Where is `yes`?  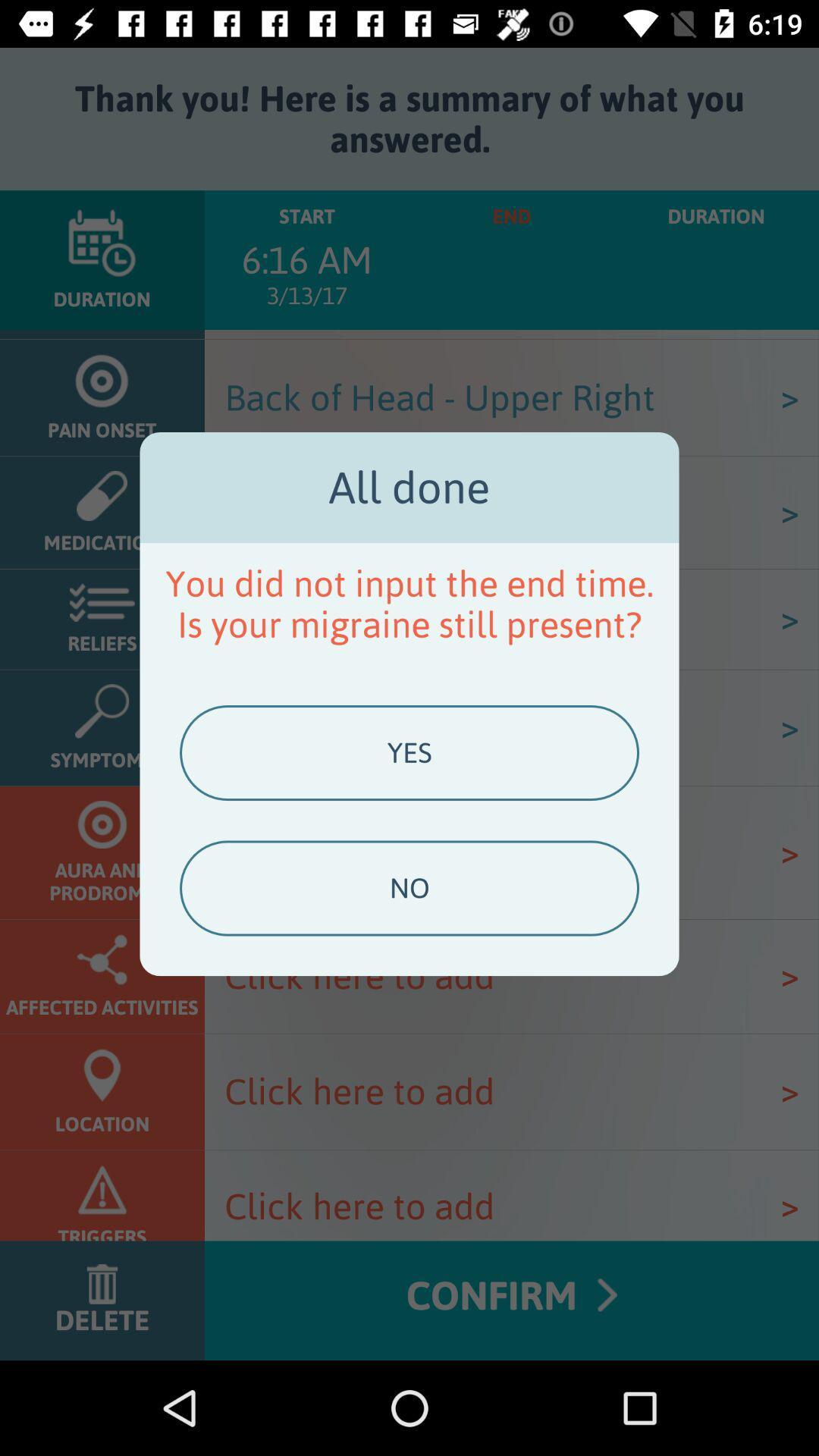
yes is located at coordinates (409, 753).